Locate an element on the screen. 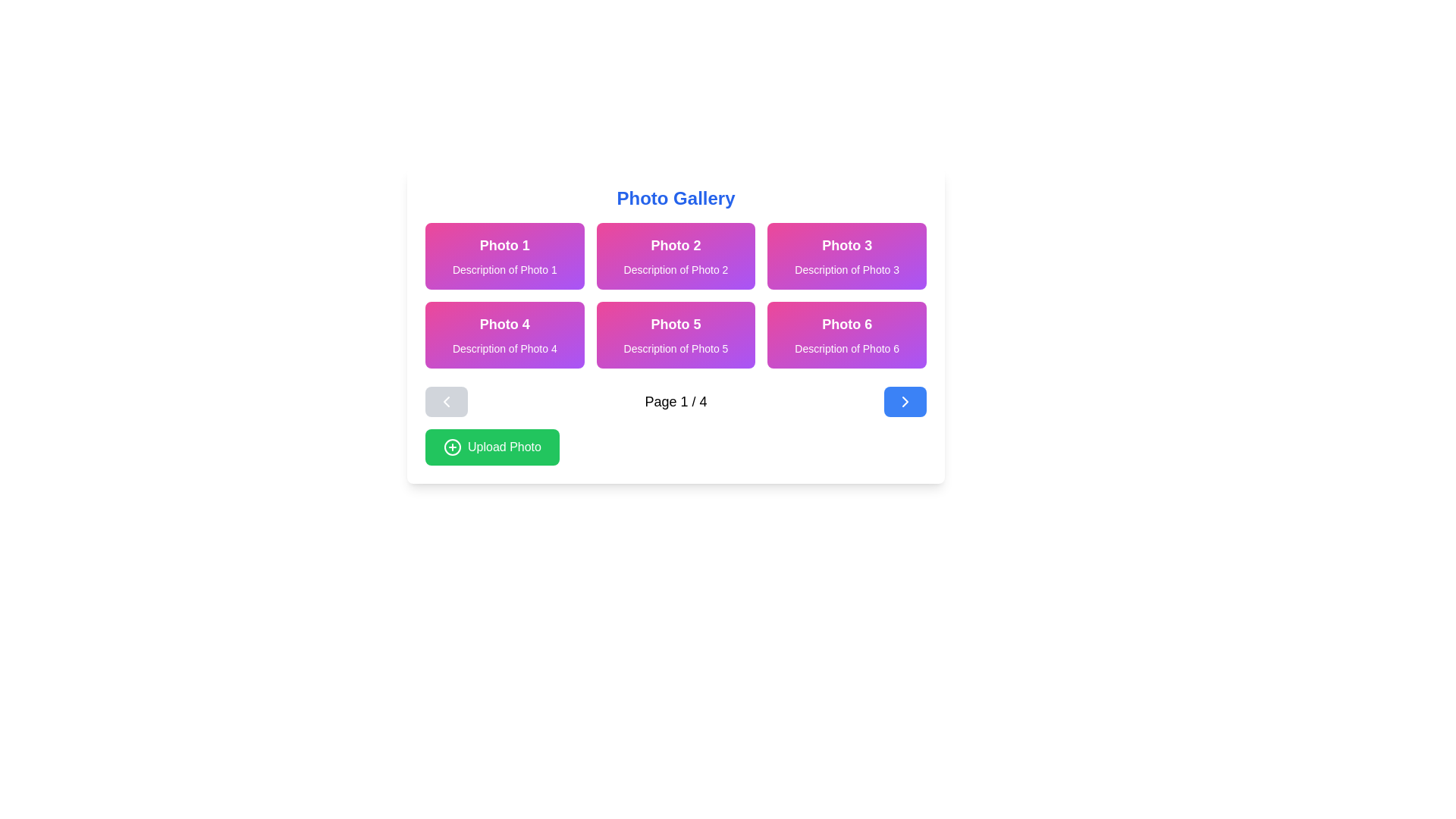 Image resolution: width=1456 pixels, height=819 pixels. the stylized right arrow icon, which is located inside a blue rounded rectangular button in the lower right corner of the interface is located at coordinates (905, 400).